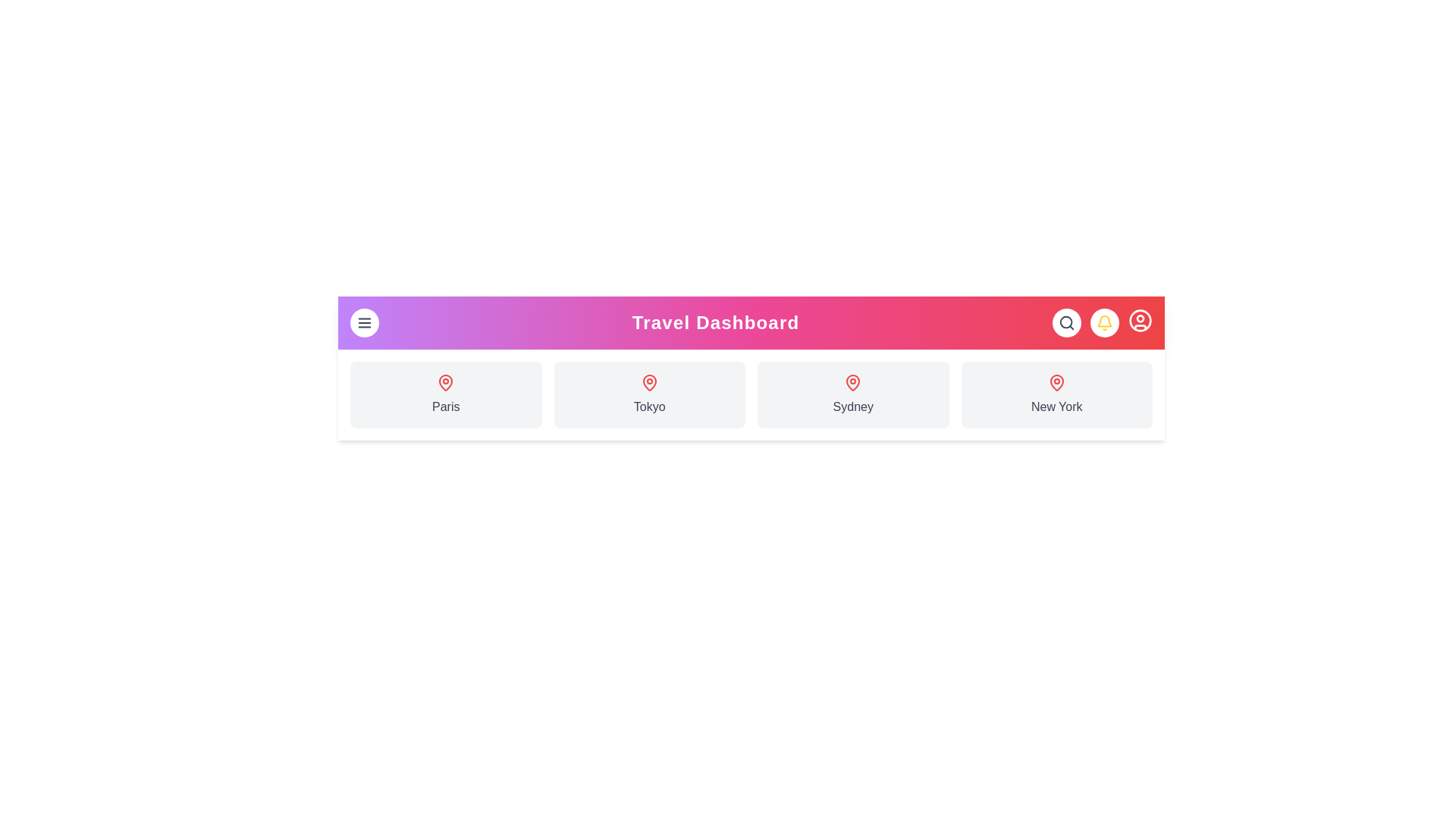 The height and width of the screenshot is (819, 1456). Describe the element at coordinates (649, 394) in the screenshot. I see `the city card for Tokyo to view its details` at that location.